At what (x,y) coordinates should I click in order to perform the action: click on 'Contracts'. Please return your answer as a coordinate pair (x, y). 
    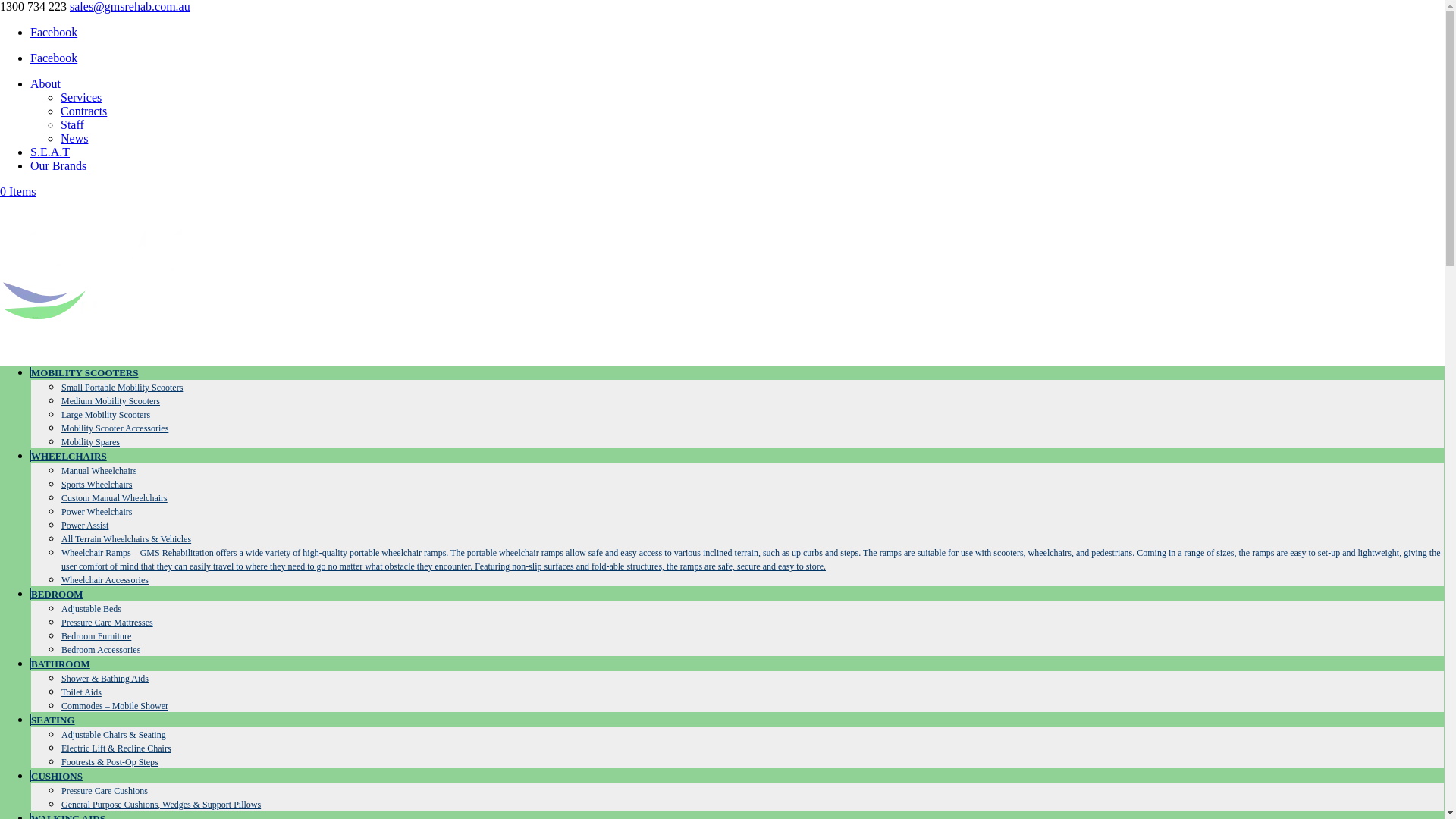
    Looking at the image, I should click on (83, 110).